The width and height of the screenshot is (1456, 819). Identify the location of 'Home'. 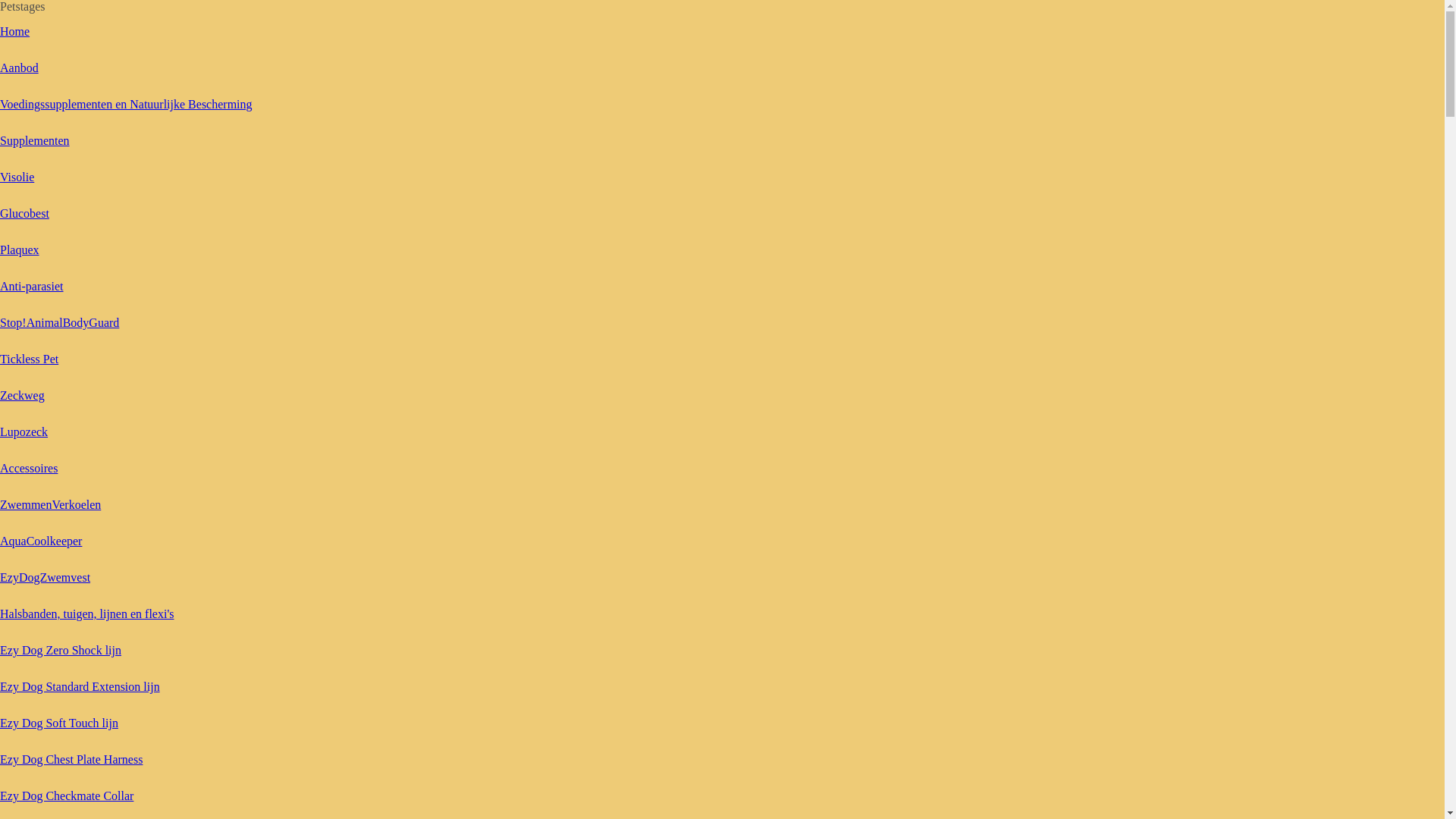
(14, 31).